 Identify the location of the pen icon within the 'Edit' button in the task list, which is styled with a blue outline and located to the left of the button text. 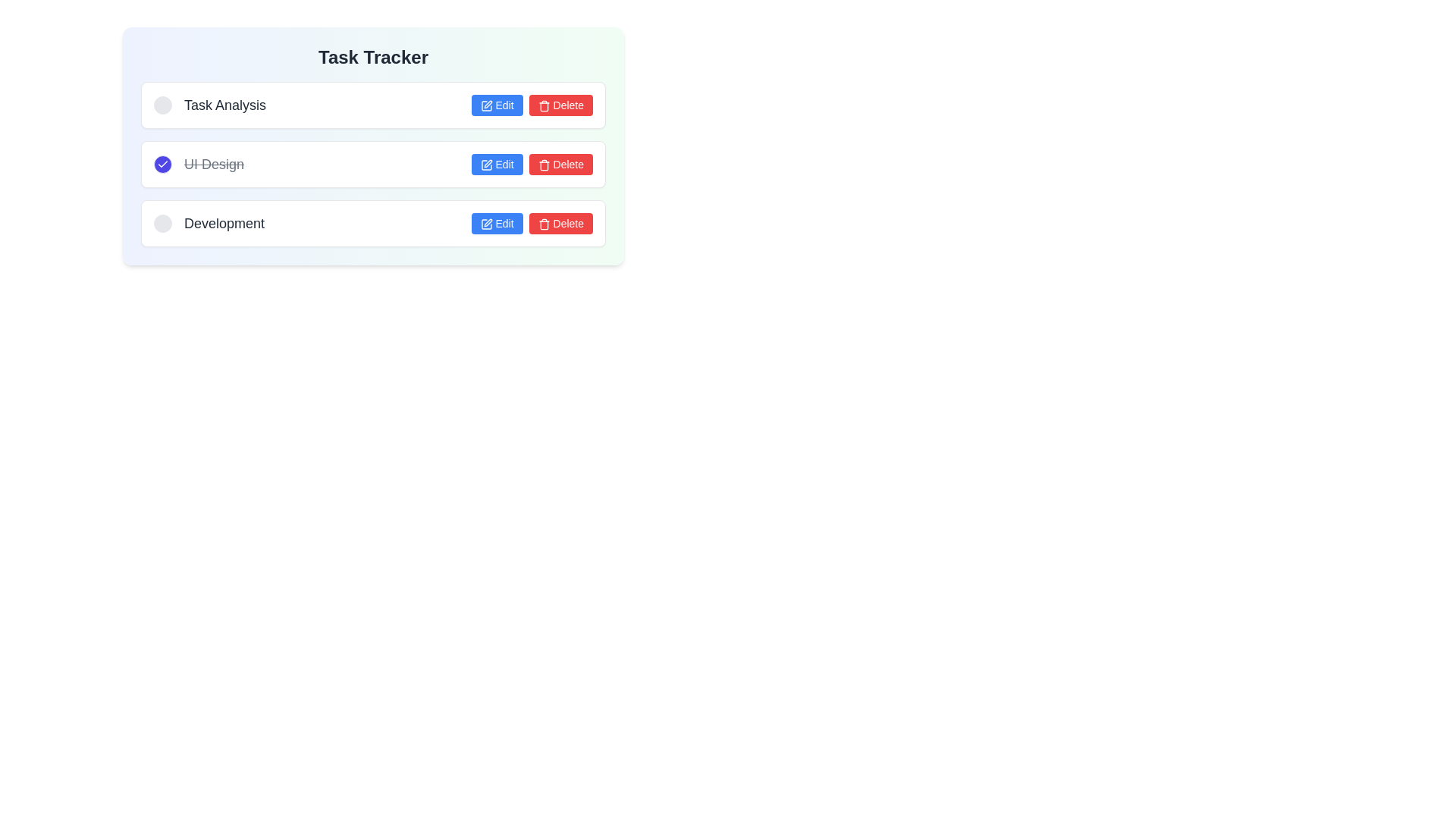
(486, 105).